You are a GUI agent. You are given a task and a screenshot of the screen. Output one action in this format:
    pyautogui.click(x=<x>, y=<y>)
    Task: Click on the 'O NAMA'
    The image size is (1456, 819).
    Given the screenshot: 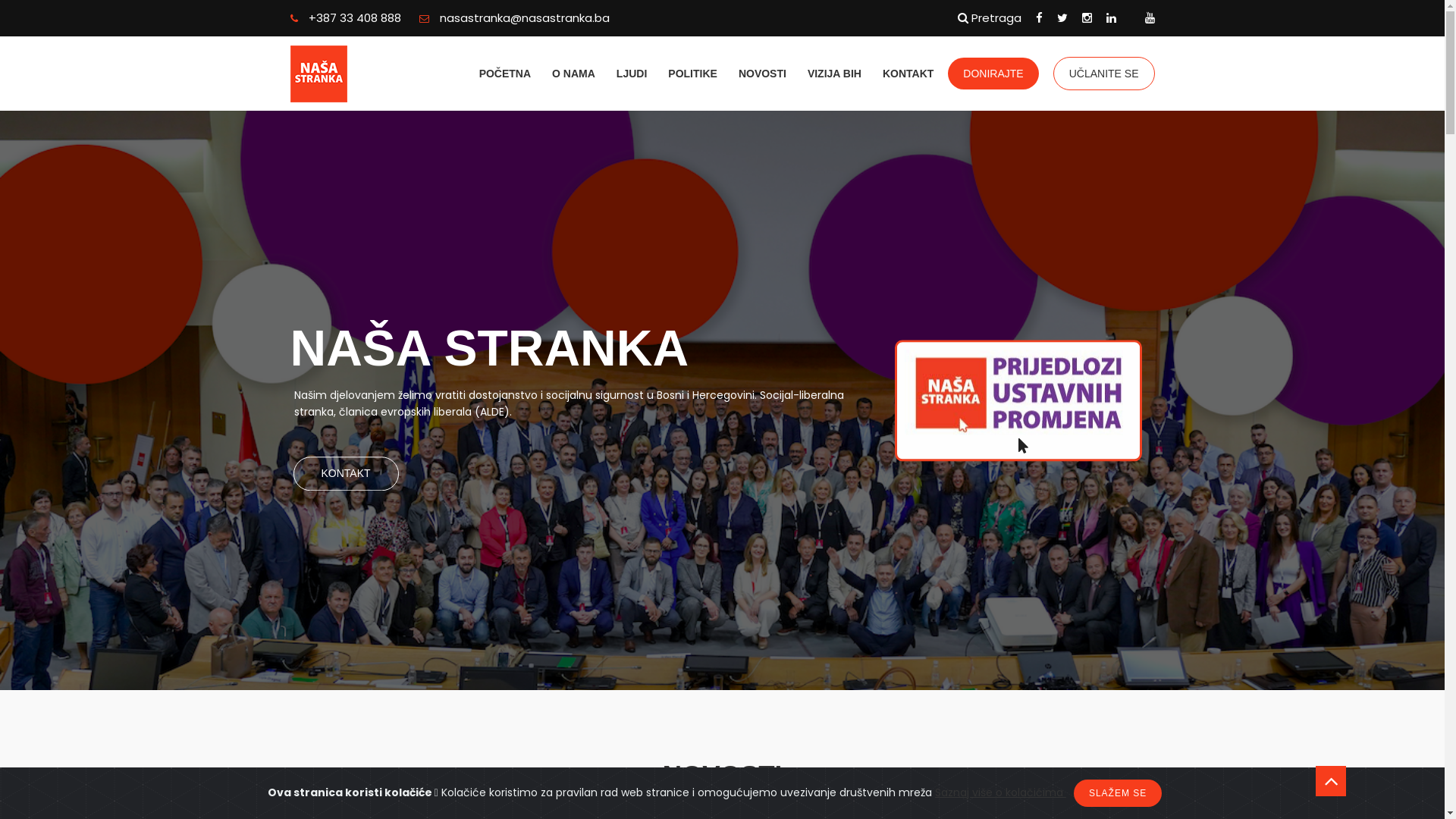 What is the action you would take?
    pyautogui.click(x=573, y=73)
    